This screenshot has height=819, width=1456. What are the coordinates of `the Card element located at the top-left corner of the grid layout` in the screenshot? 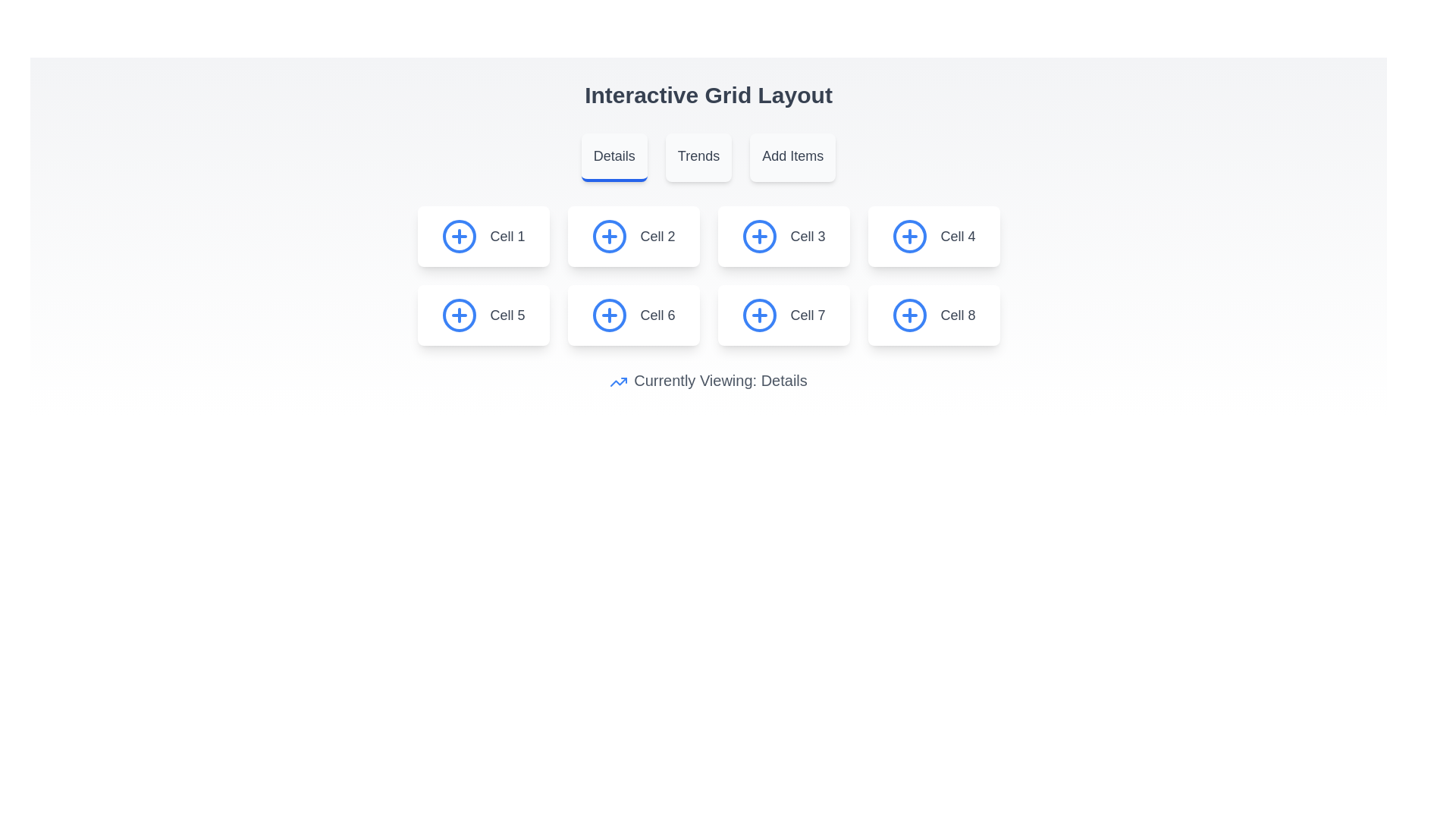 It's located at (482, 237).